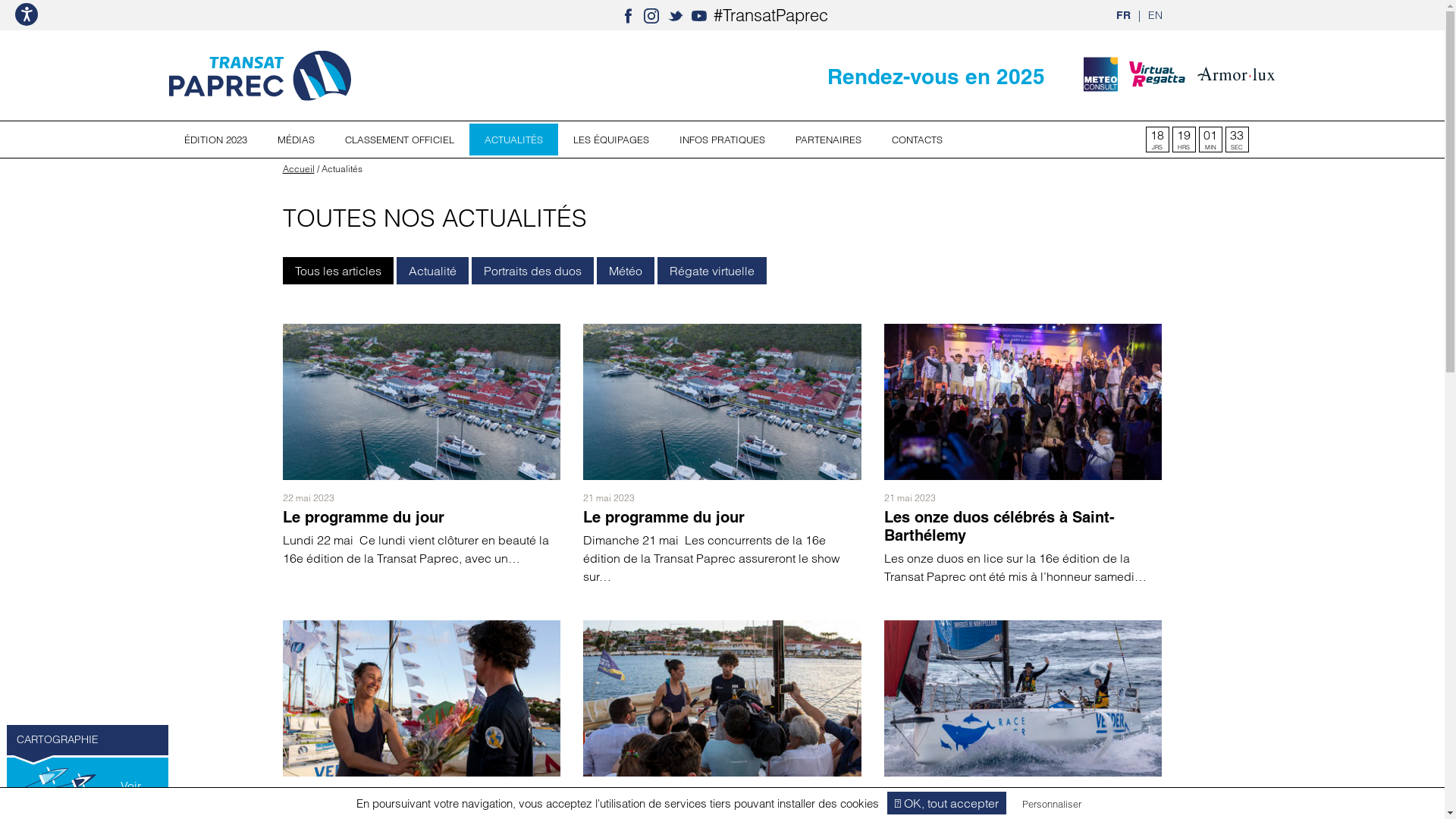 The height and width of the screenshot is (819, 1456). What do you see at coordinates (1051, 803) in the screenshot?
I see `'Personnaliser'` at bounding box center [1051, 803].